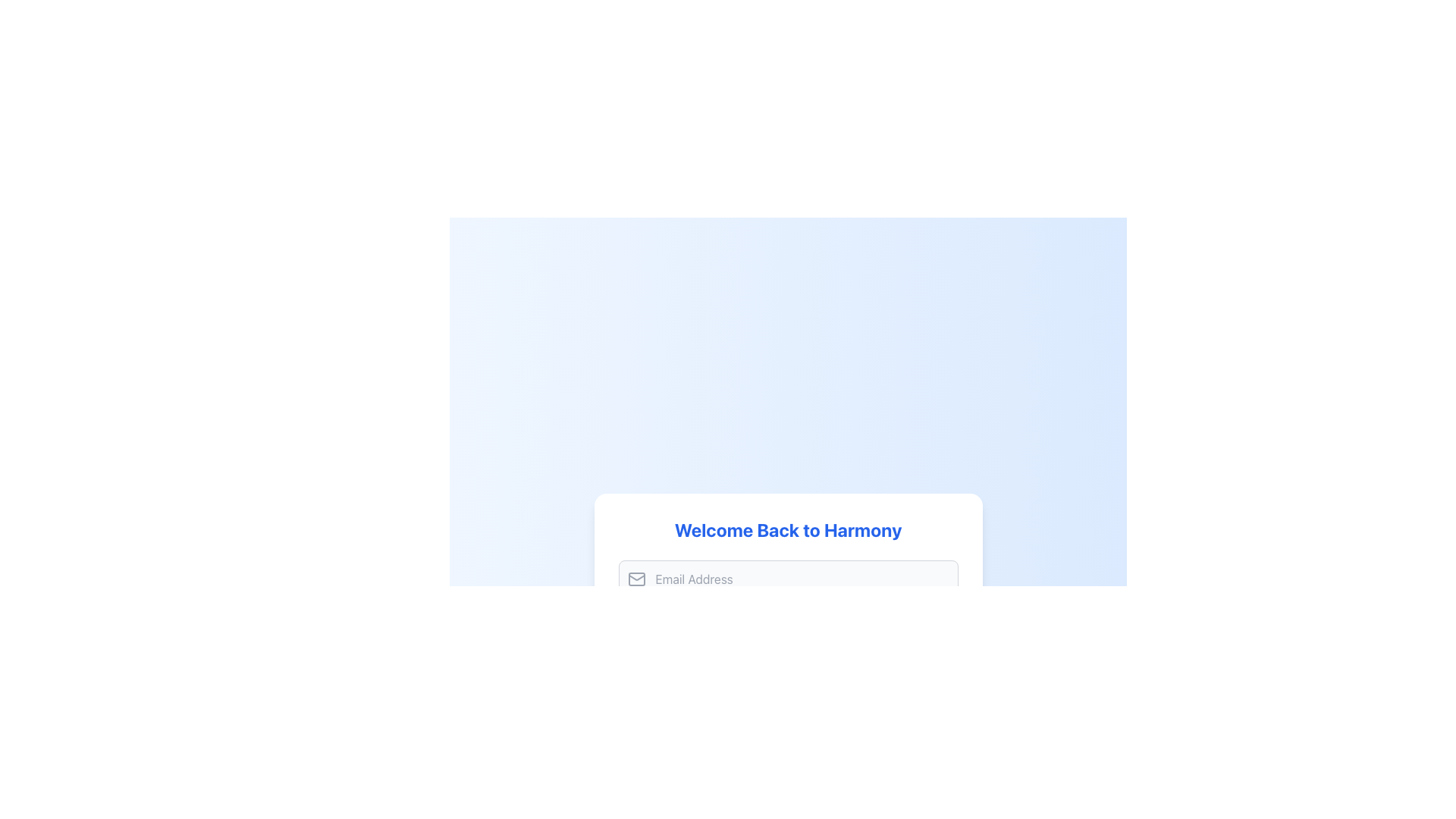 This screenshot has width=1456, height=819. I want to click on the email address icon, which is positioned to the left of the placeholder text 'Email Address' within the input field, so click(636, 579).